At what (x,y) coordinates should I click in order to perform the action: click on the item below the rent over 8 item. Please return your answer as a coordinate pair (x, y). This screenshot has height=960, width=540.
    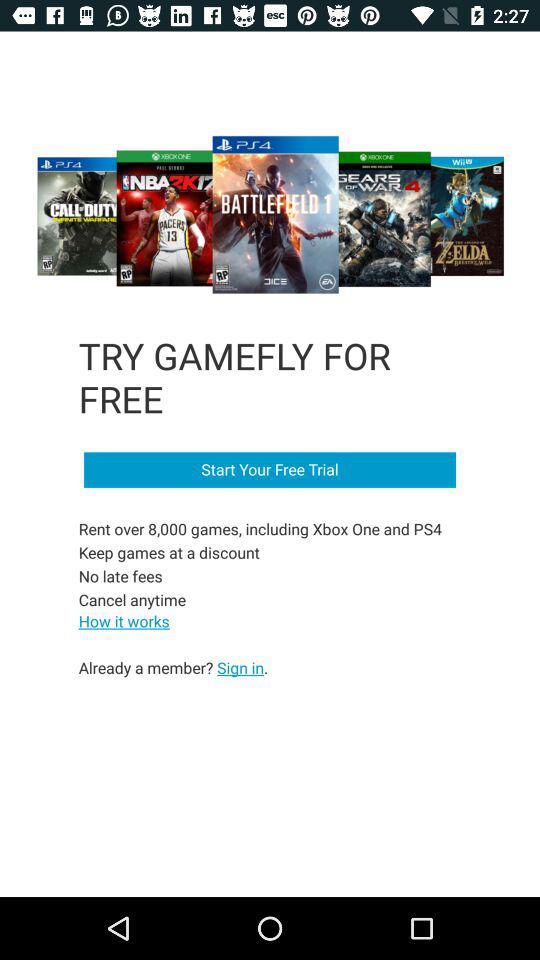
    Looking at the image, I should click on (124, 620).